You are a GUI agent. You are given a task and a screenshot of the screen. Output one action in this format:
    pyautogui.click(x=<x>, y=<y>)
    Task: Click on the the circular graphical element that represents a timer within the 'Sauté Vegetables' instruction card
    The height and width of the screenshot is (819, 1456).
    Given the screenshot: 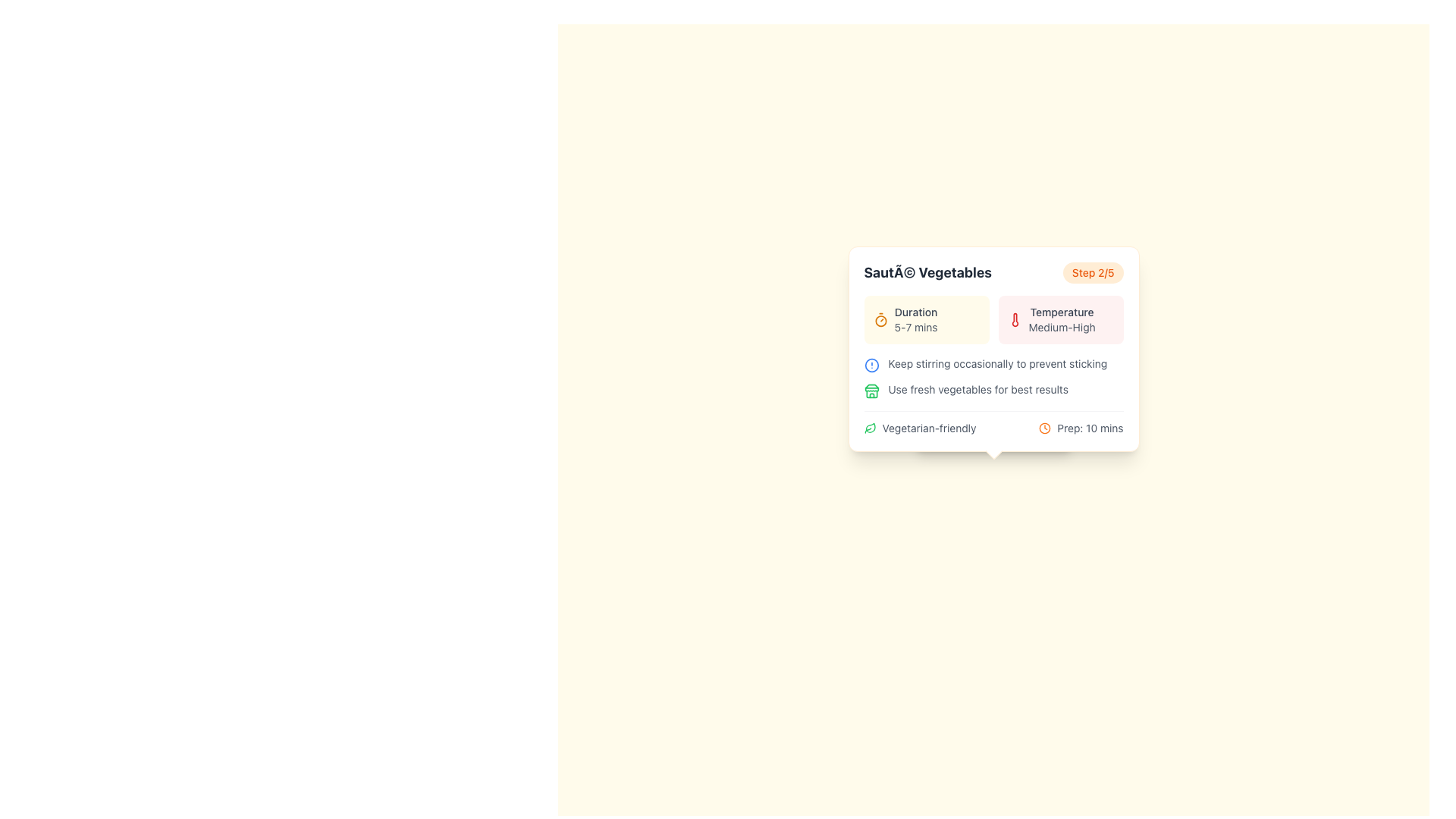 What is the action you would take?
    pyautogui.click(x=880, y=320)
    